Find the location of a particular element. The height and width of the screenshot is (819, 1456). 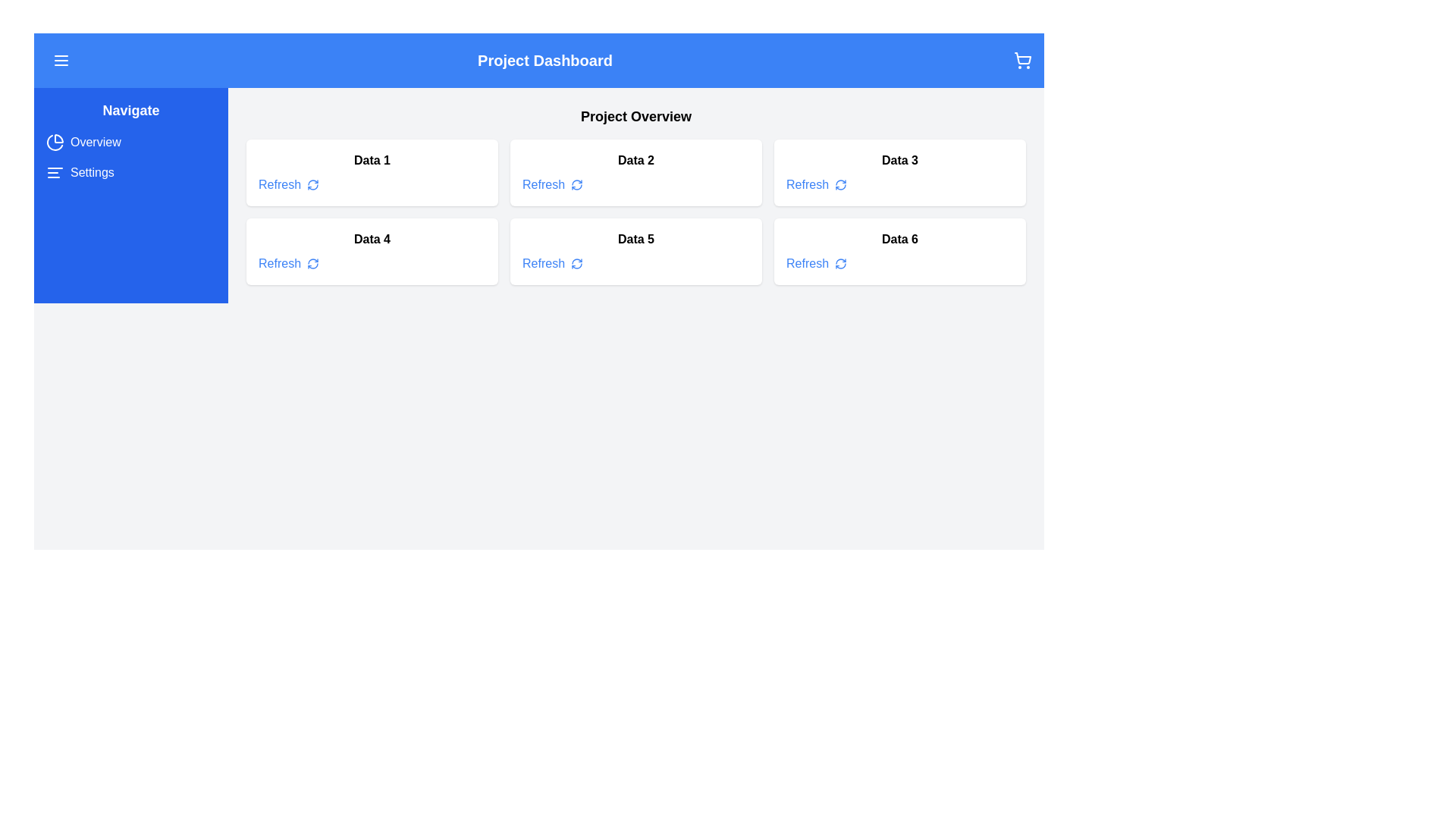

the 'Refresh' button with a blue color and refresh icon located in the 'Project Overview' section, below 'Data 3', to refresh the data is located at coordinates (815, 184).